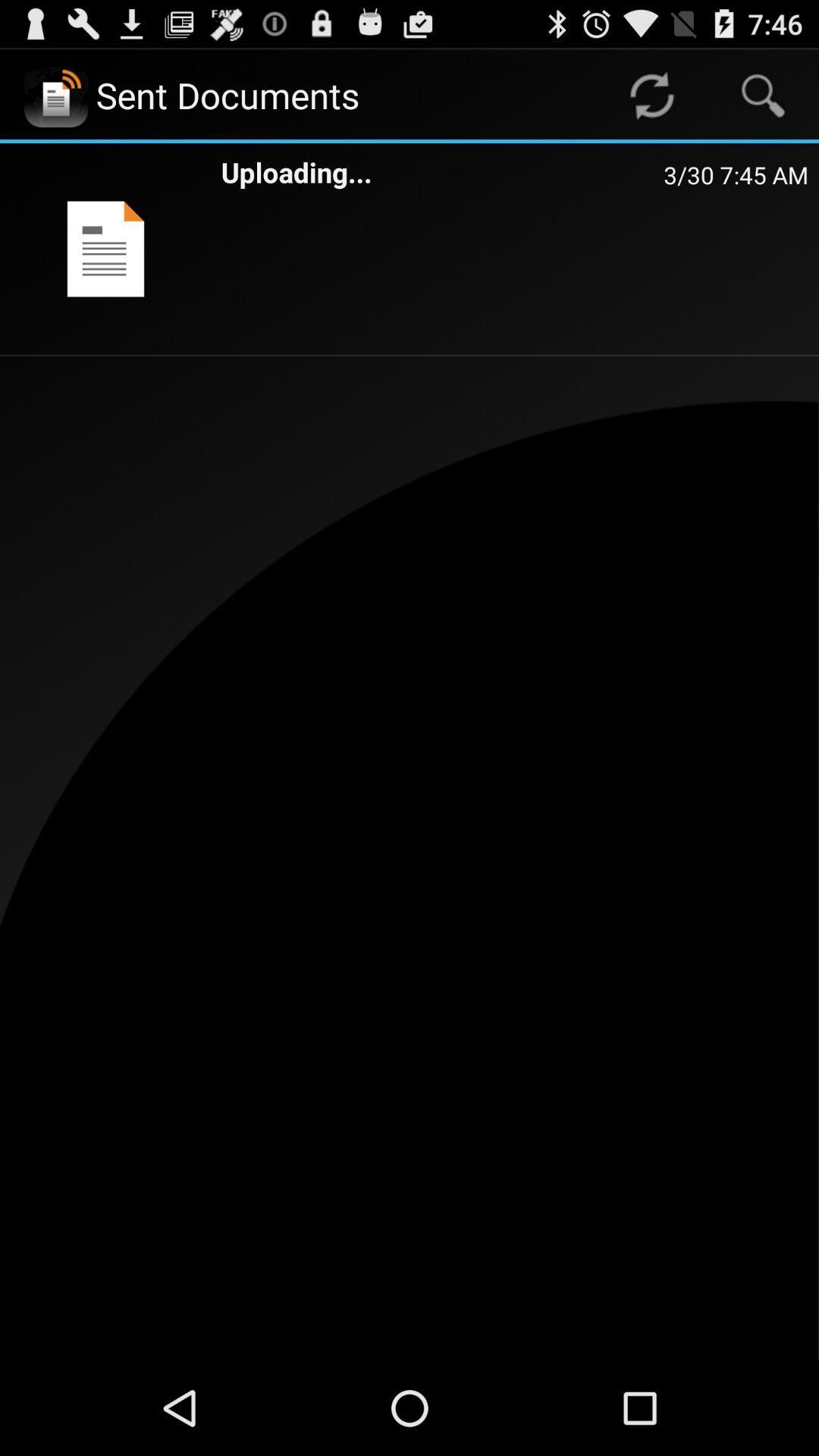 Image resolution: width=819 pixels, height=1456 pixels. Describe the element at coordinates (651, 94) in the screenshot. I see `app above uploading... icon` at that location.